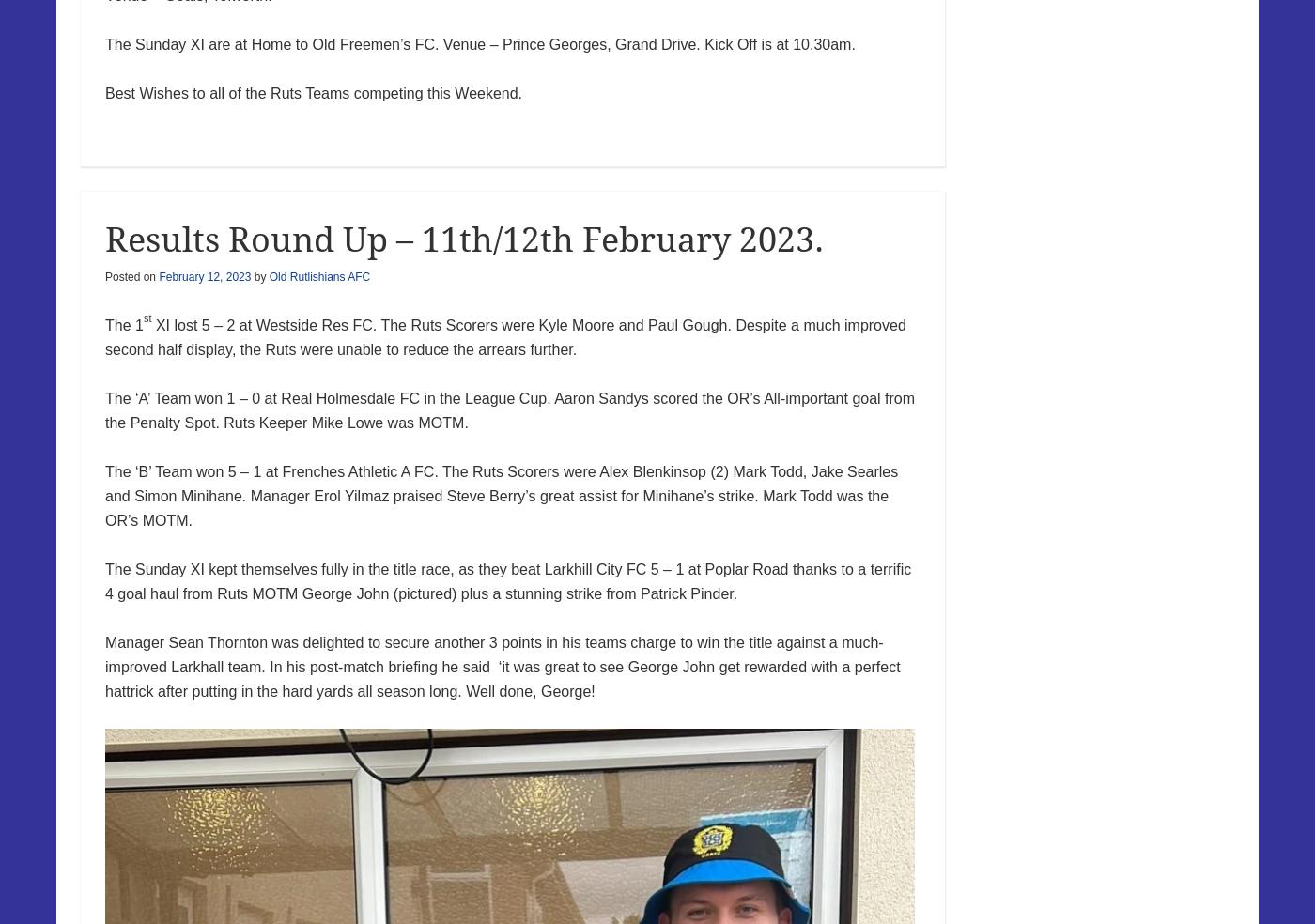 This screenshot has height=924, width=1315. What do you see at coordinates (105, 238) in the screenshot?
I see `'Results Round Up – 11th/12th February 2023.'` at bounding box center [105, 238].